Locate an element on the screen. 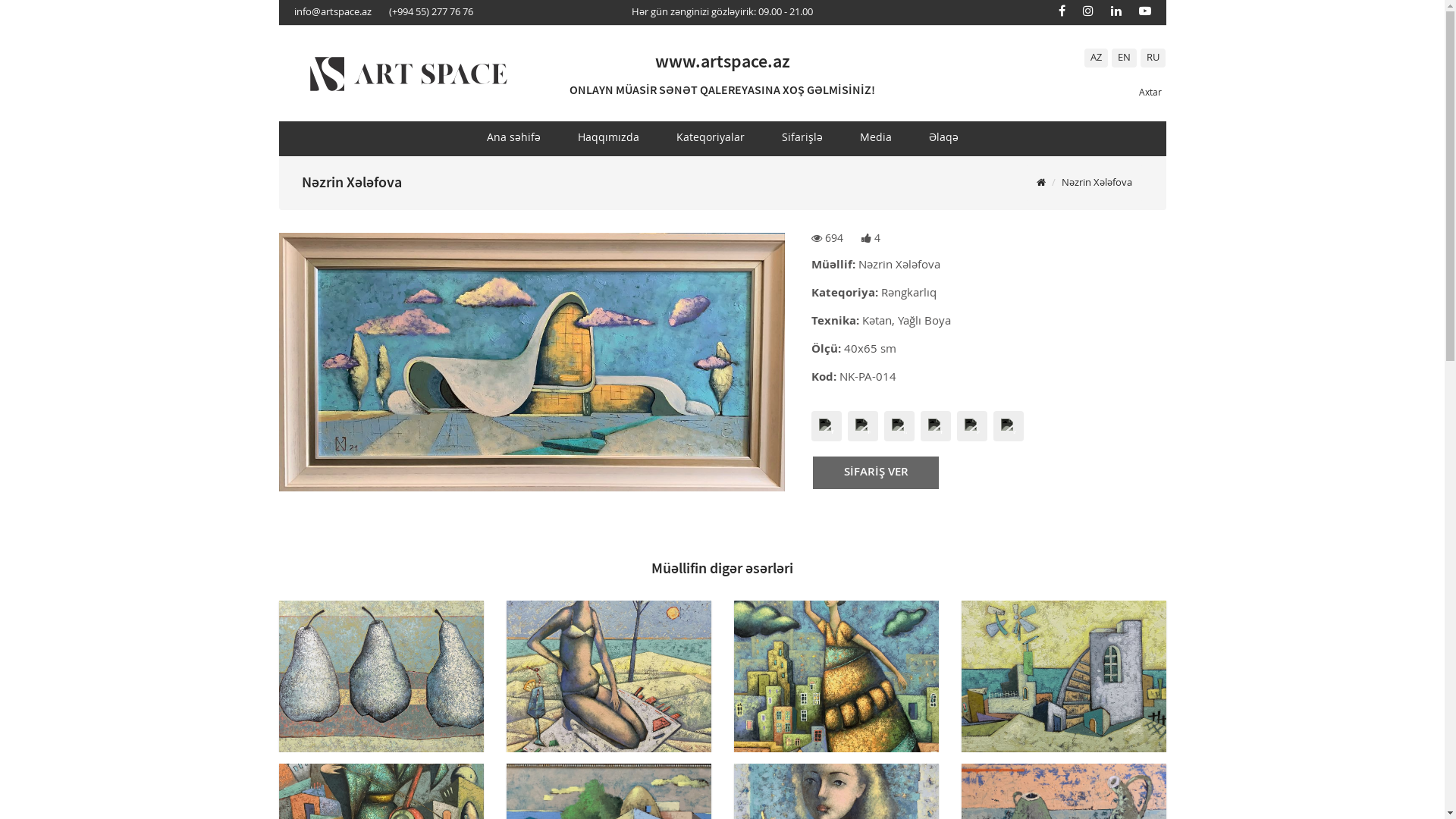 The image size is (1456, 819). 'RU' is located at coordinates (1153, 57).